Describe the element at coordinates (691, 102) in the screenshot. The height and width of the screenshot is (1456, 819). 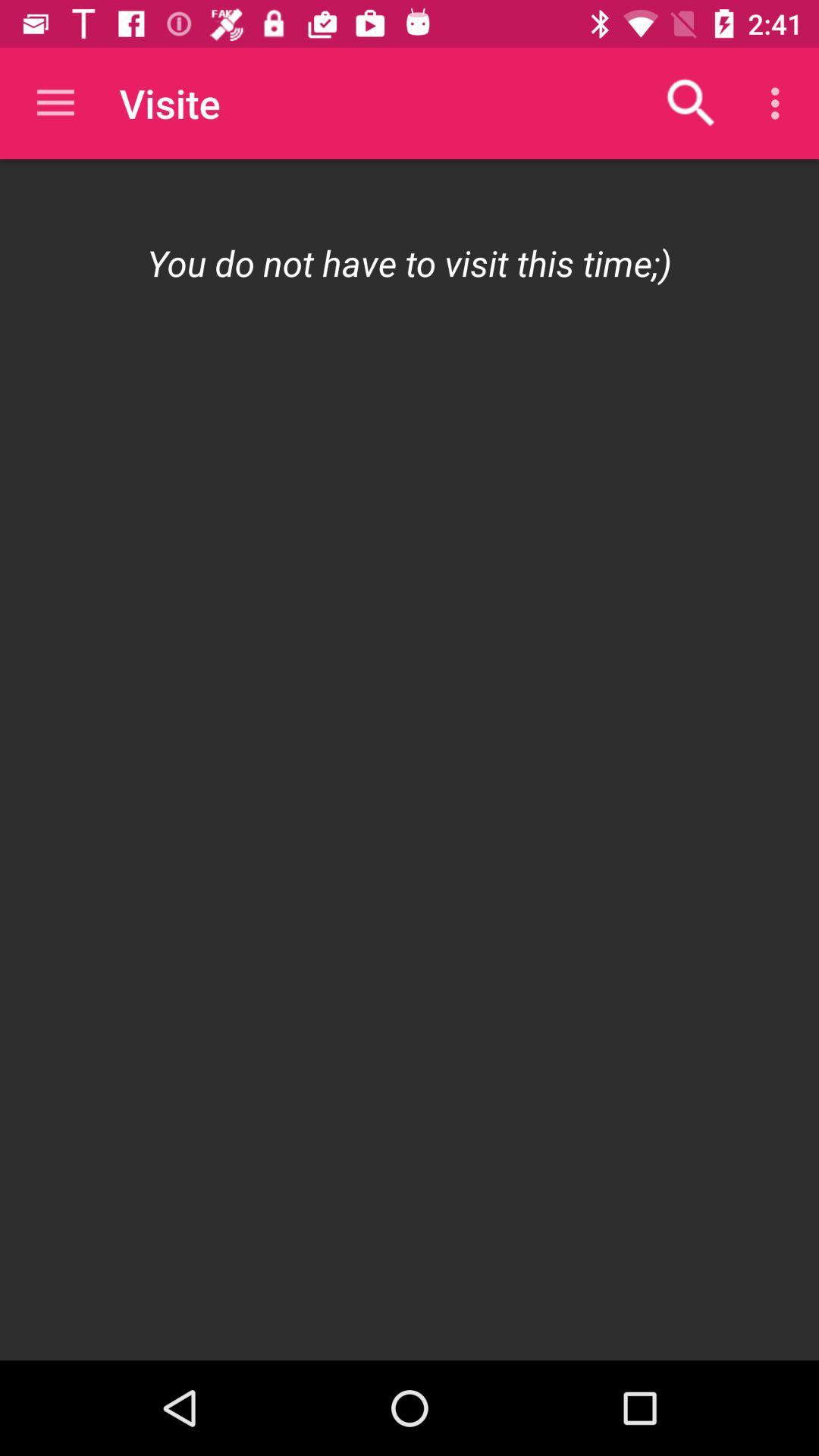
I see `app next to the visite app` at that location.